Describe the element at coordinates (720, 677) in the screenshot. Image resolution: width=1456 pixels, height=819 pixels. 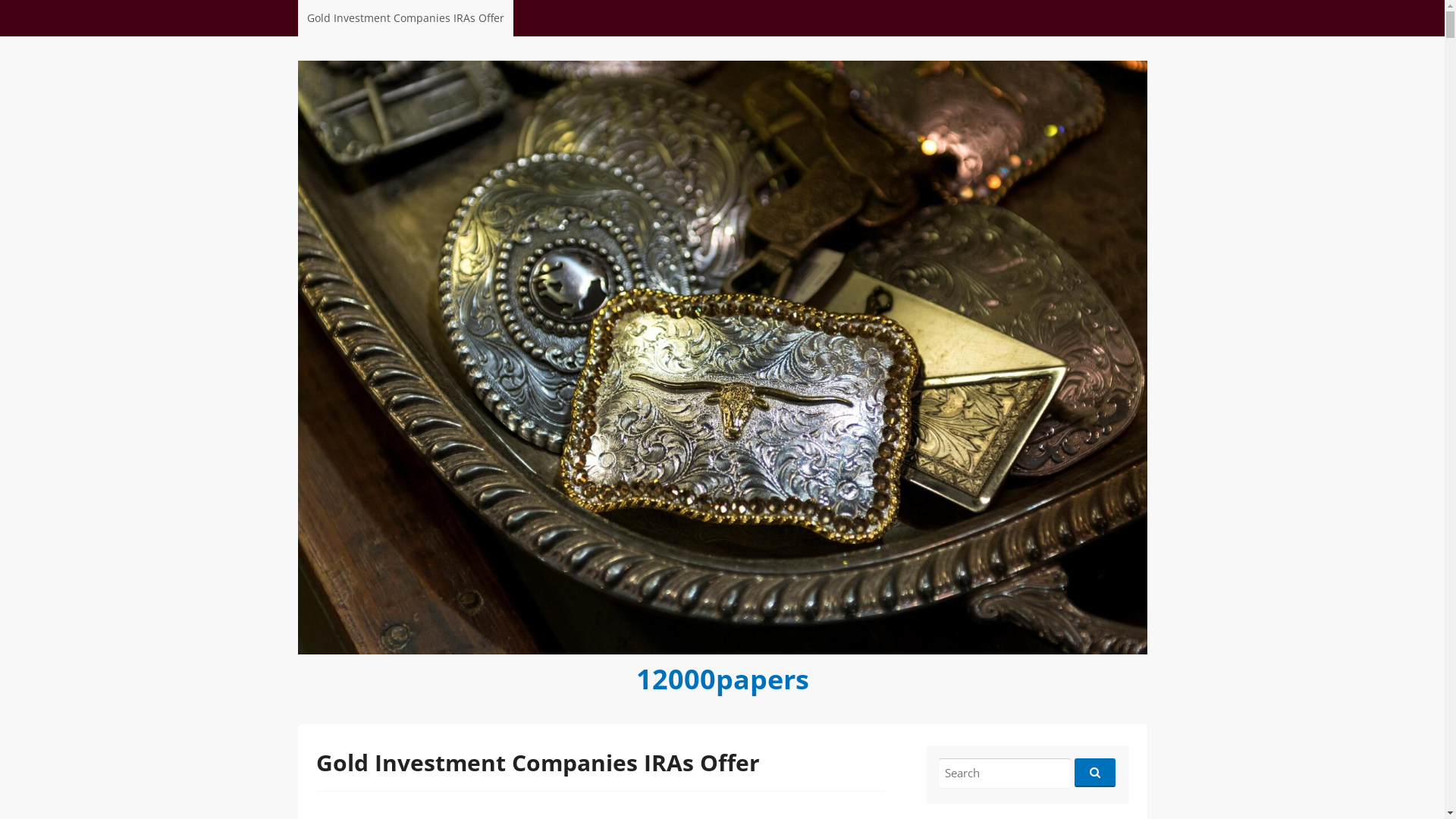
I see `'12000papers'` at that location.